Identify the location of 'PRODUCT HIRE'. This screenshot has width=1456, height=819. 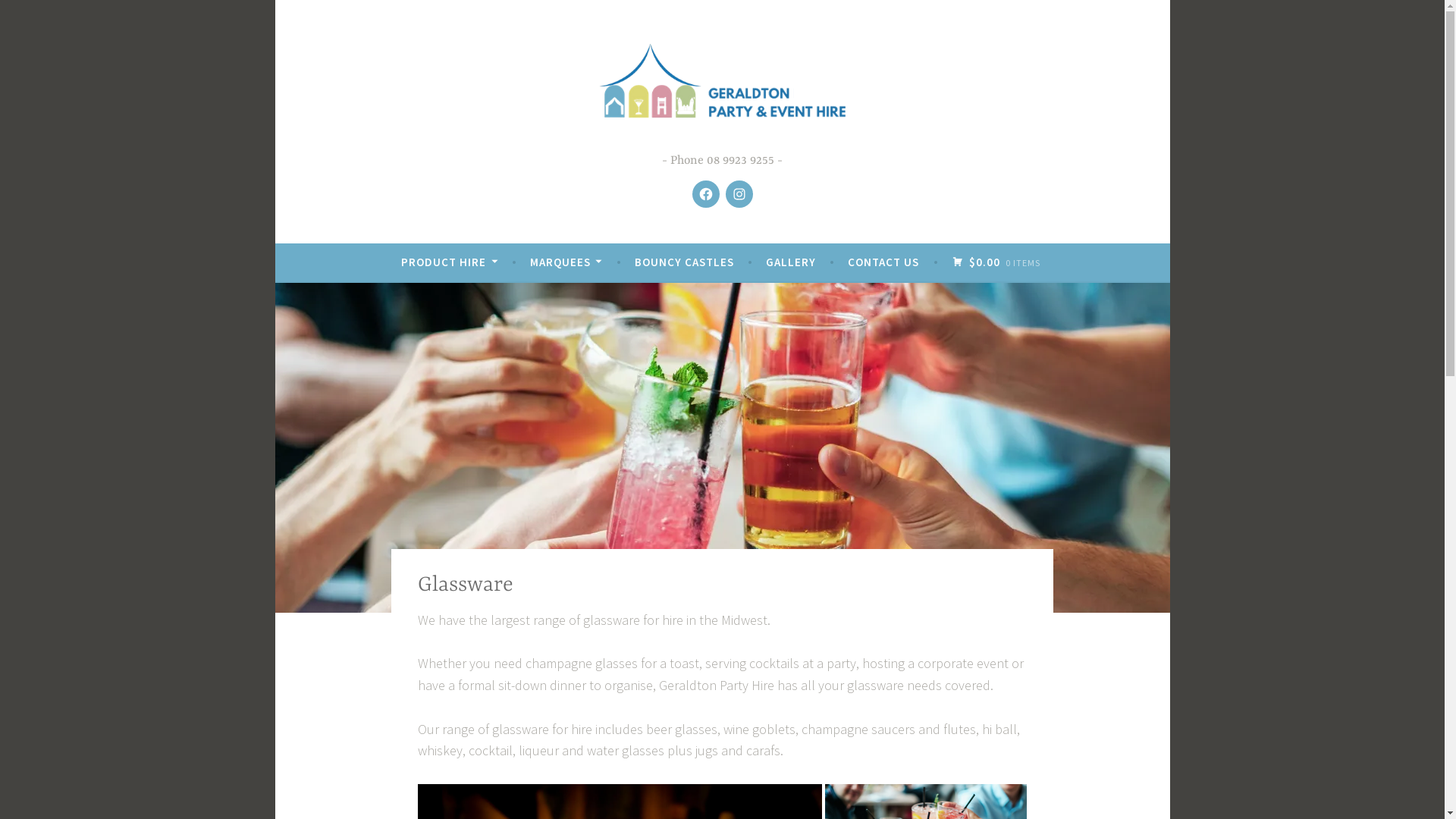
(448, 262).